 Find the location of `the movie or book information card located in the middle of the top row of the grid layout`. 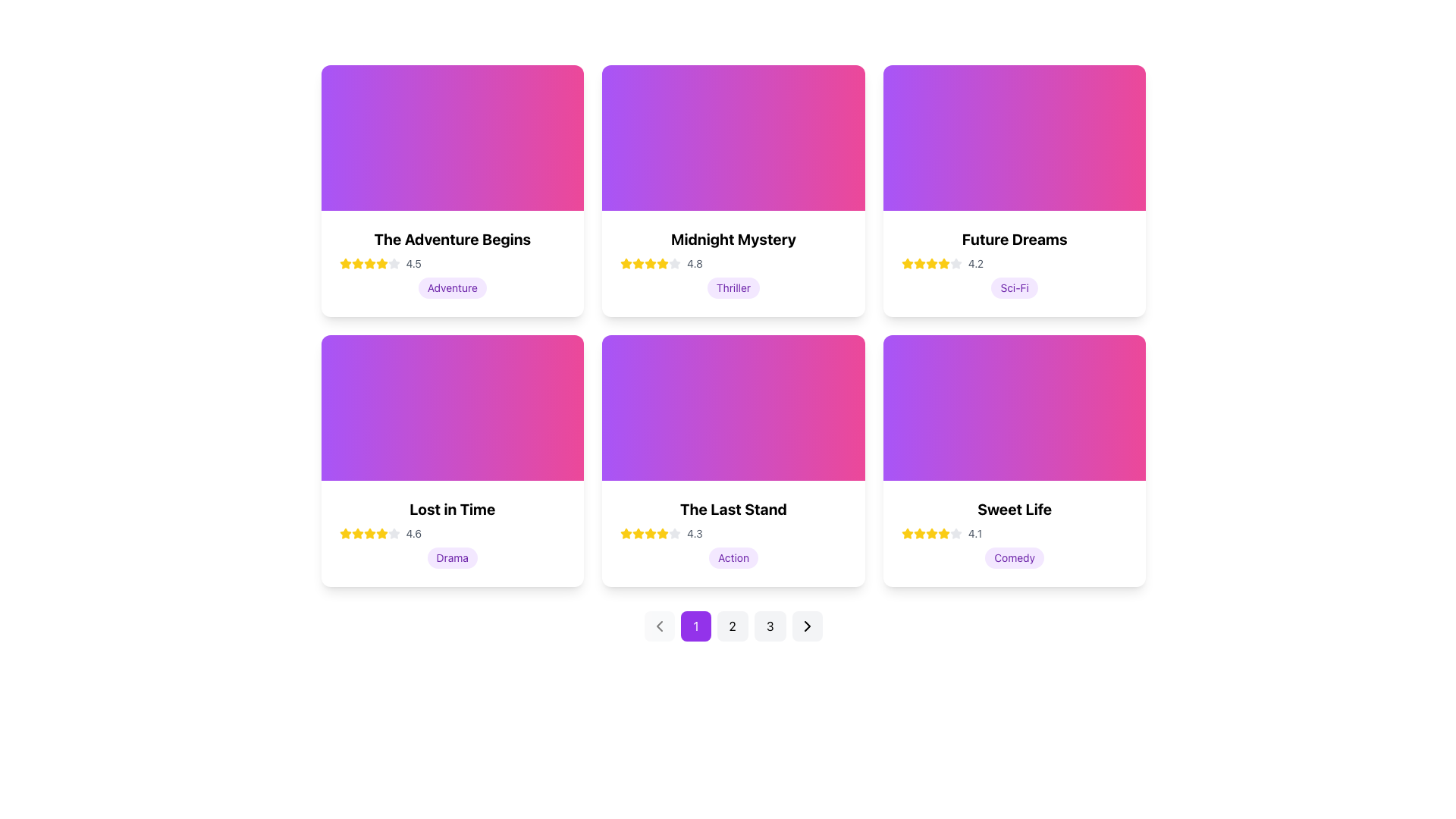

the movie or book information card located in the middle of the top row of the grid layout is located at coordinates (733, 190).